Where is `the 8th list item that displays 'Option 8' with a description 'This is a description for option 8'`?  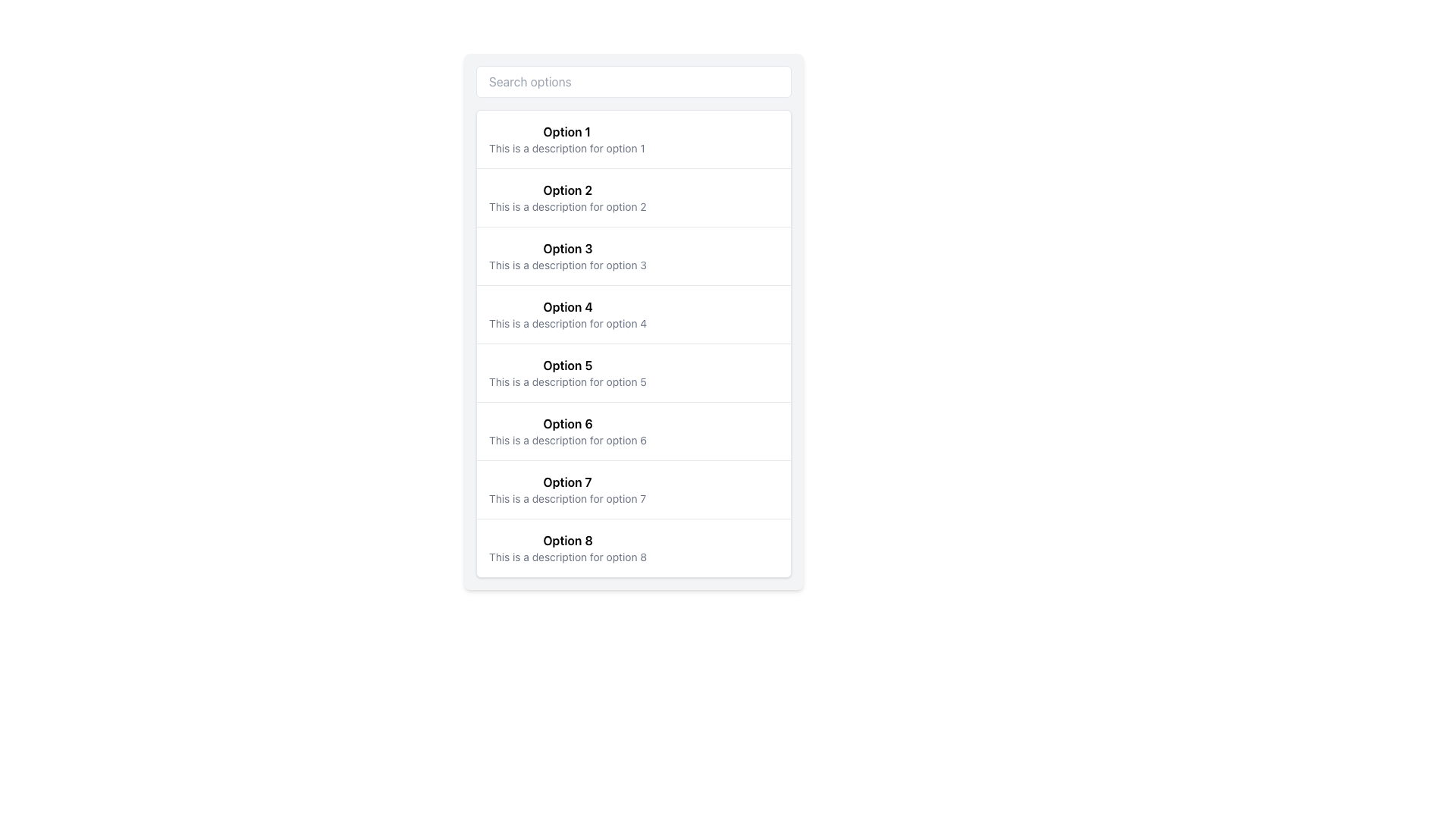
the 8th list item that displays 'Option 8' with a description 'This is a description for option 8' is located at coordinates (566, 548).